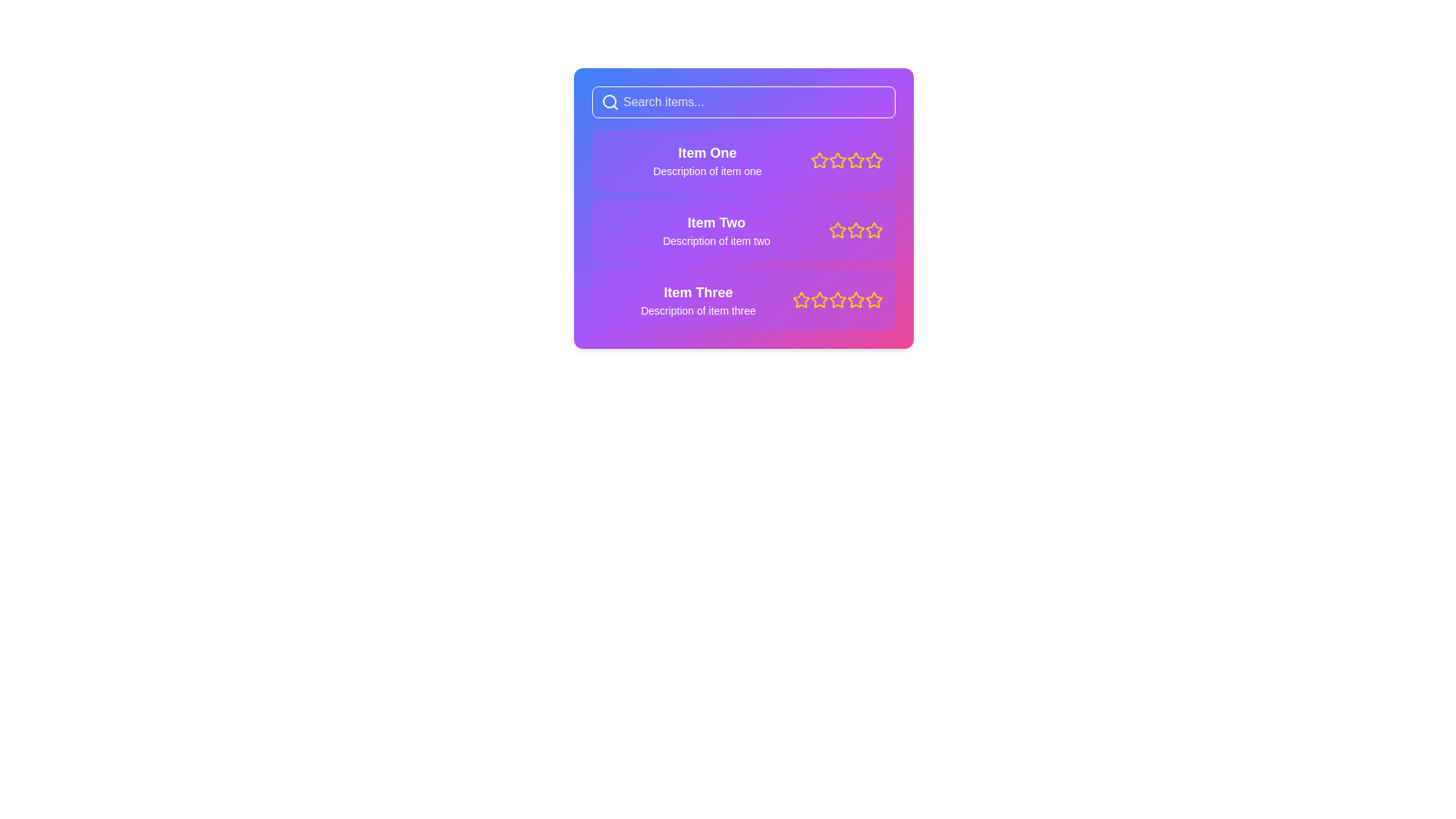 The image size is (1456, 819). Describe the element at coordinates (874, 230) in the screenshot. I see `the fourth star in the star rating indicator for 'Item Two', which visually represents a rating of four out of five` at that location.